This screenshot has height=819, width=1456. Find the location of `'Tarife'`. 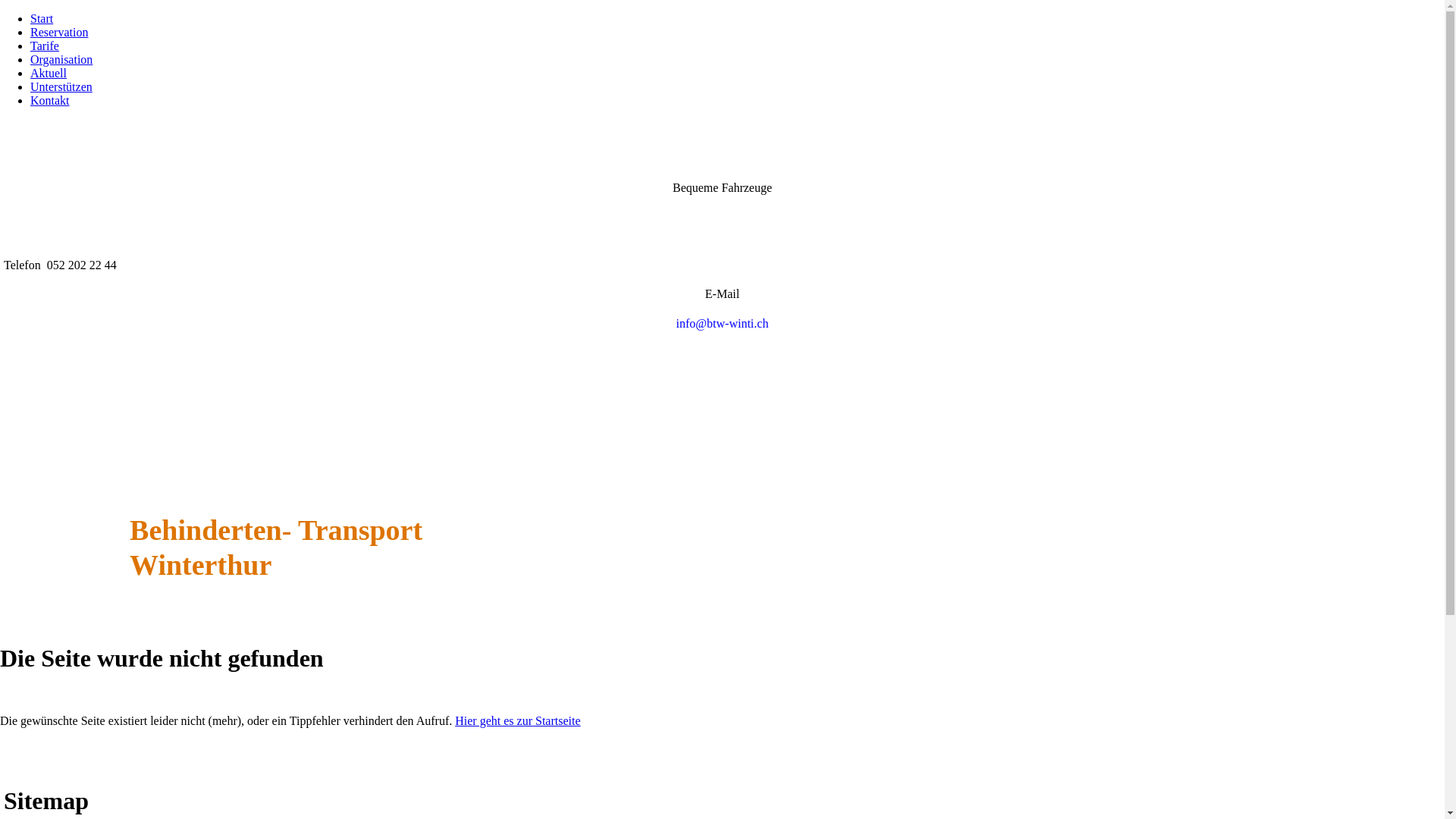

'Tarife' is located at coordinates (44, 45).